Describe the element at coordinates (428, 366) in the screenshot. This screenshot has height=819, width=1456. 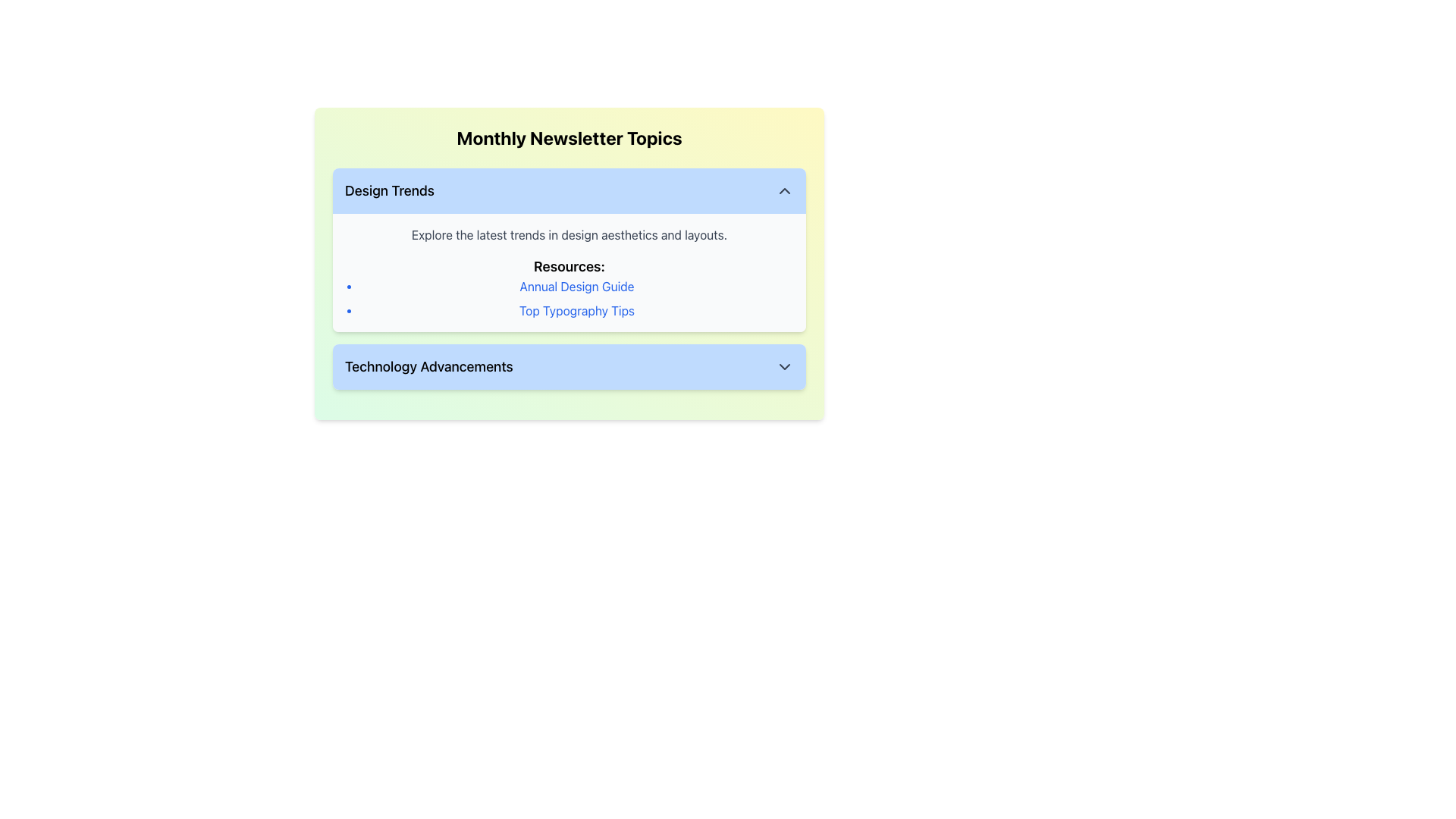
I see `text from the text label displaying 'Technology Advancements', which is bold and black on a light blue background` at that location.